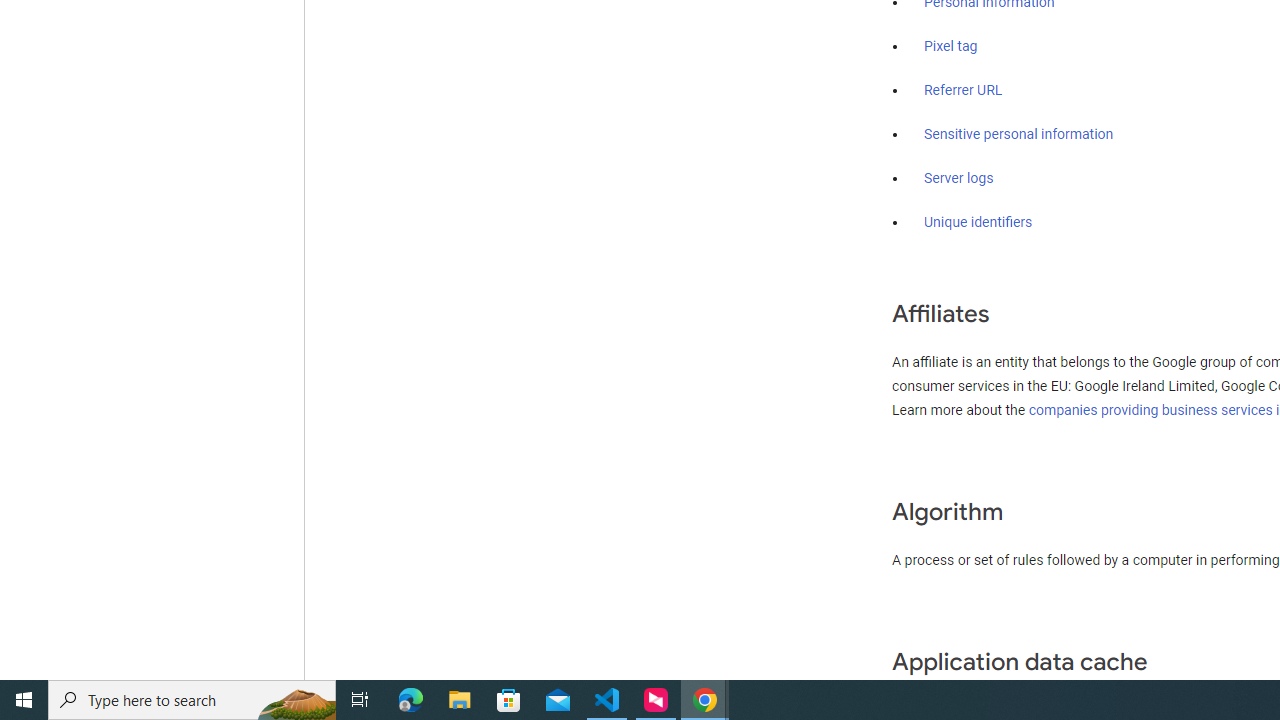 The height and width of the screenshot is (720, 1280). Describe the element at coordinates (1018, 135) in the screenshot. I see `'Sensitive personal information'` at that location.